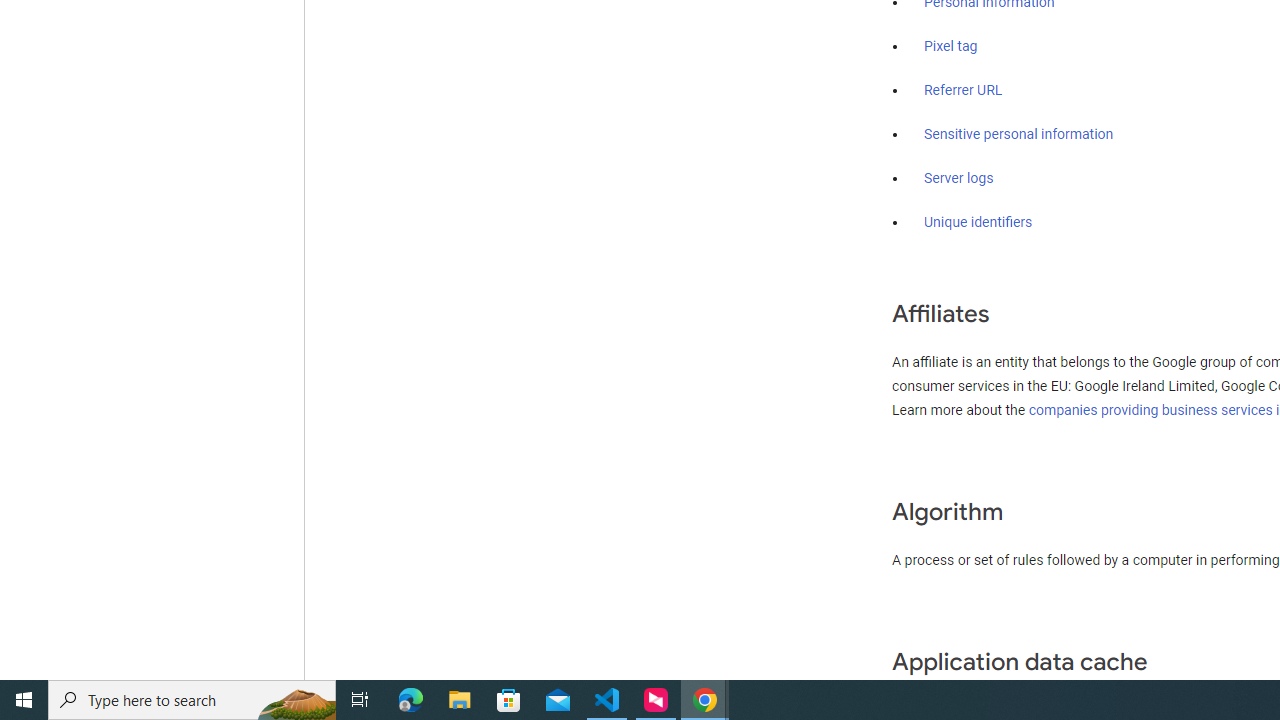 The height and width of the screenshot is (720, 1280). Describe the element at coordinates (1018, 135) in the screenshot. I see `'Sensitive personal information'` at that location.